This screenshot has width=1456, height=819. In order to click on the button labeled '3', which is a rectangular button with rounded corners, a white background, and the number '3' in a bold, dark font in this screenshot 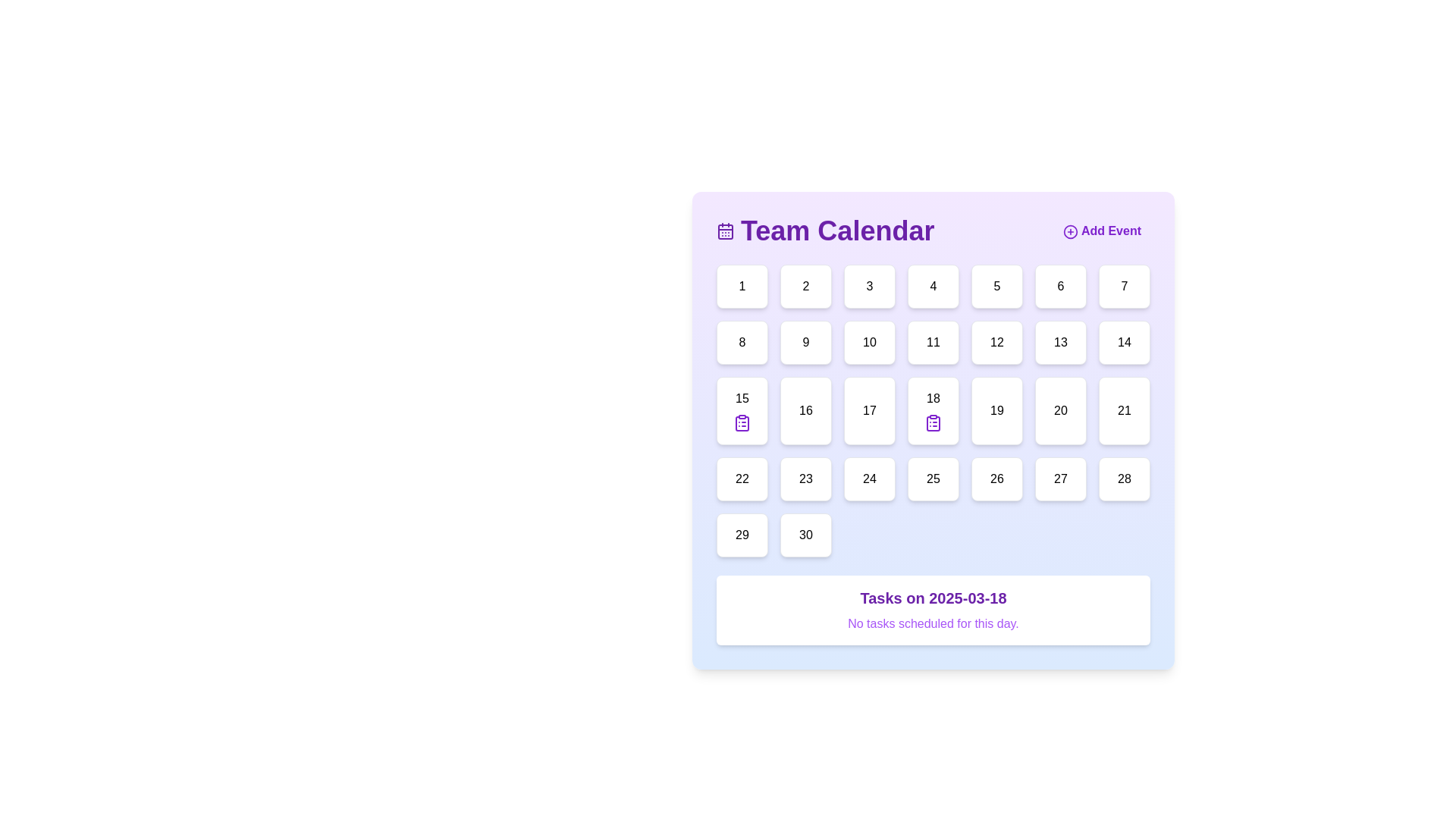, I will do `click(870, 287)`.